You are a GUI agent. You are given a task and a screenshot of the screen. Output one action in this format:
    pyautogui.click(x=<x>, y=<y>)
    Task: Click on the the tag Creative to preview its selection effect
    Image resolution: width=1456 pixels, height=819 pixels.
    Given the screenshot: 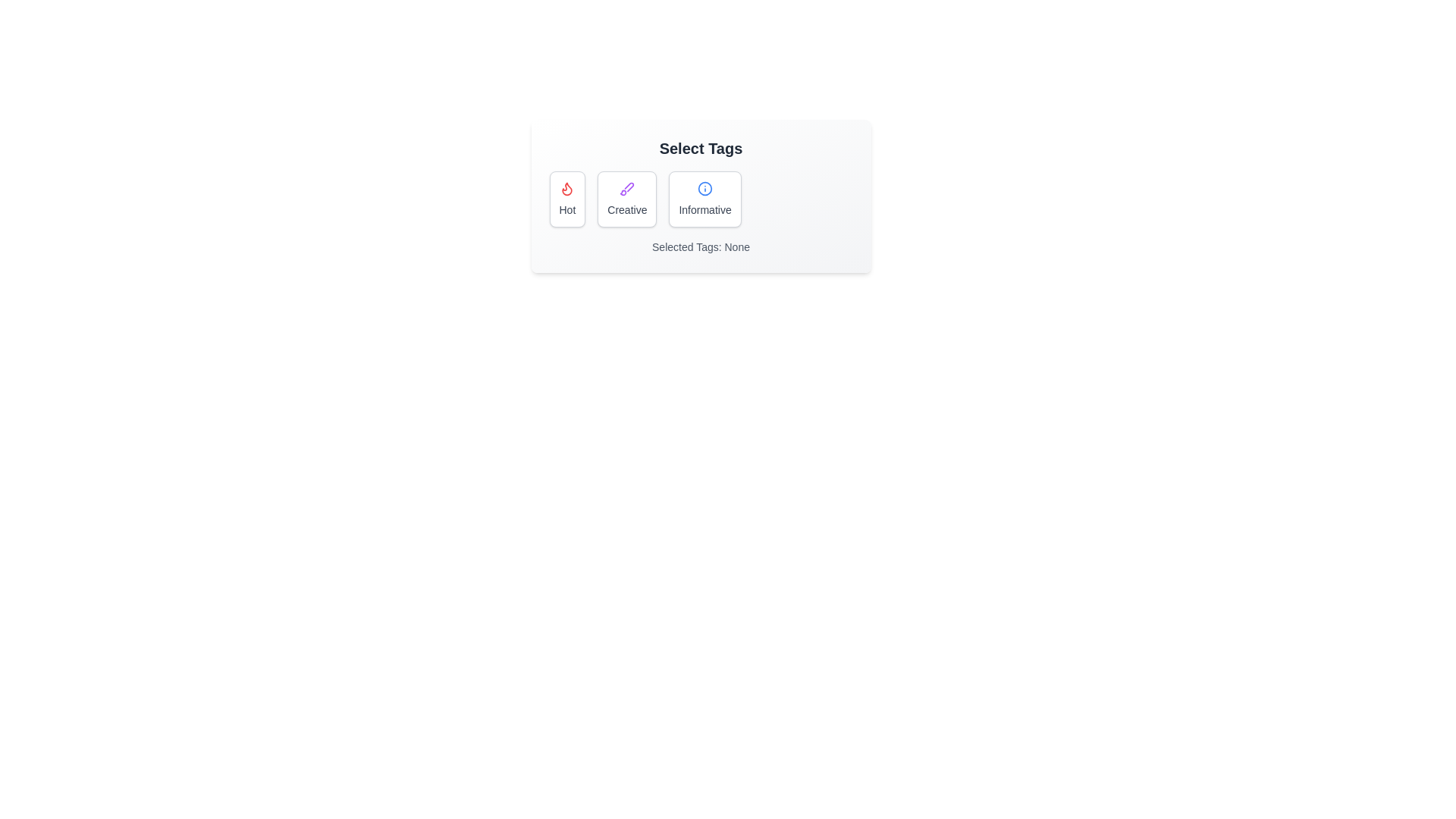 What is the action you would take?
    pyautogui.click(x=626, y=198)
    